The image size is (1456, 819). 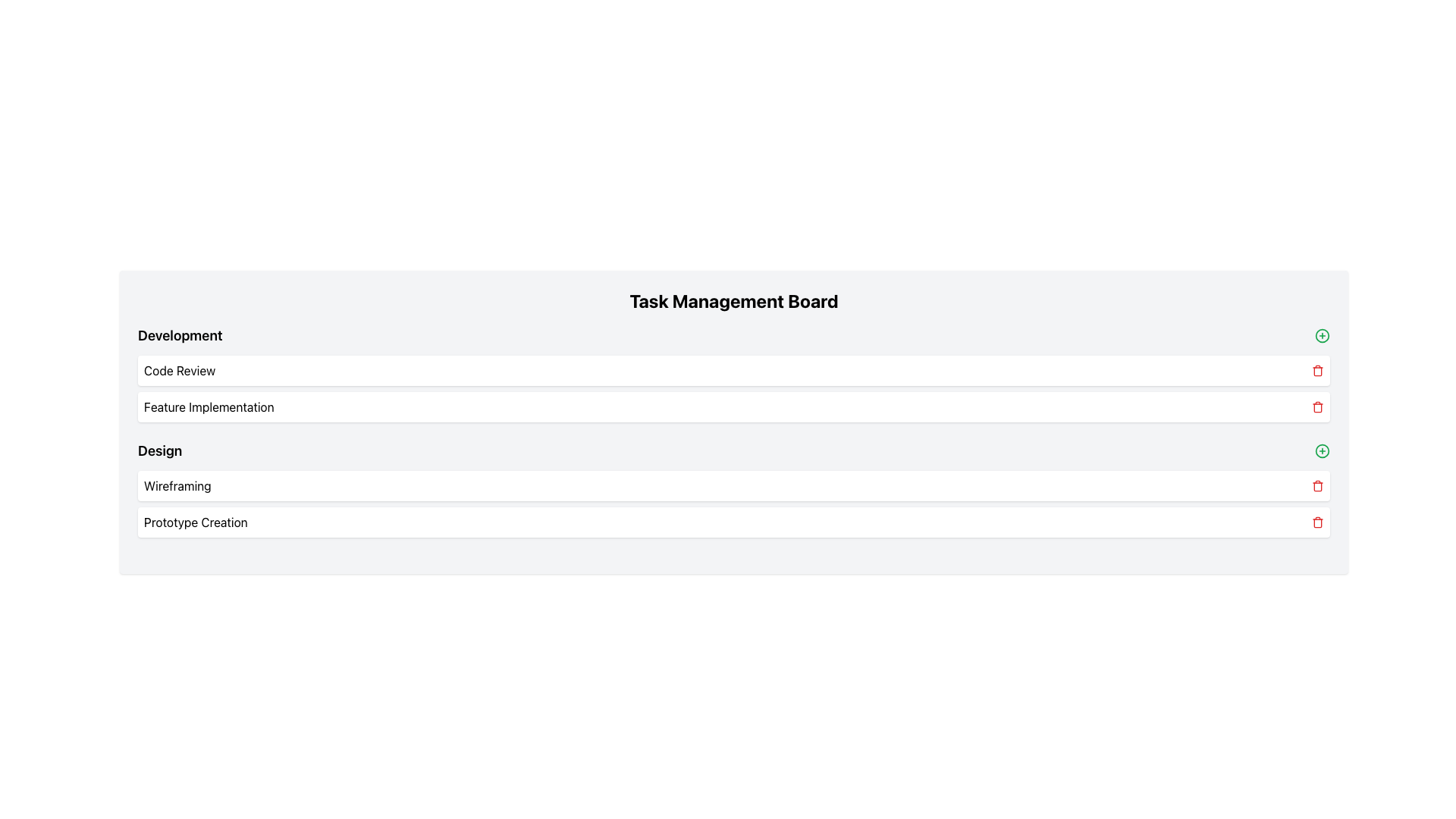 What do you see at coordinates (177, 485) in the screenshot?
I see `the 'Wireframing' label in the 'Design' category, which is the first item in the second row of the task management layout` at bounding box center [177, 485].